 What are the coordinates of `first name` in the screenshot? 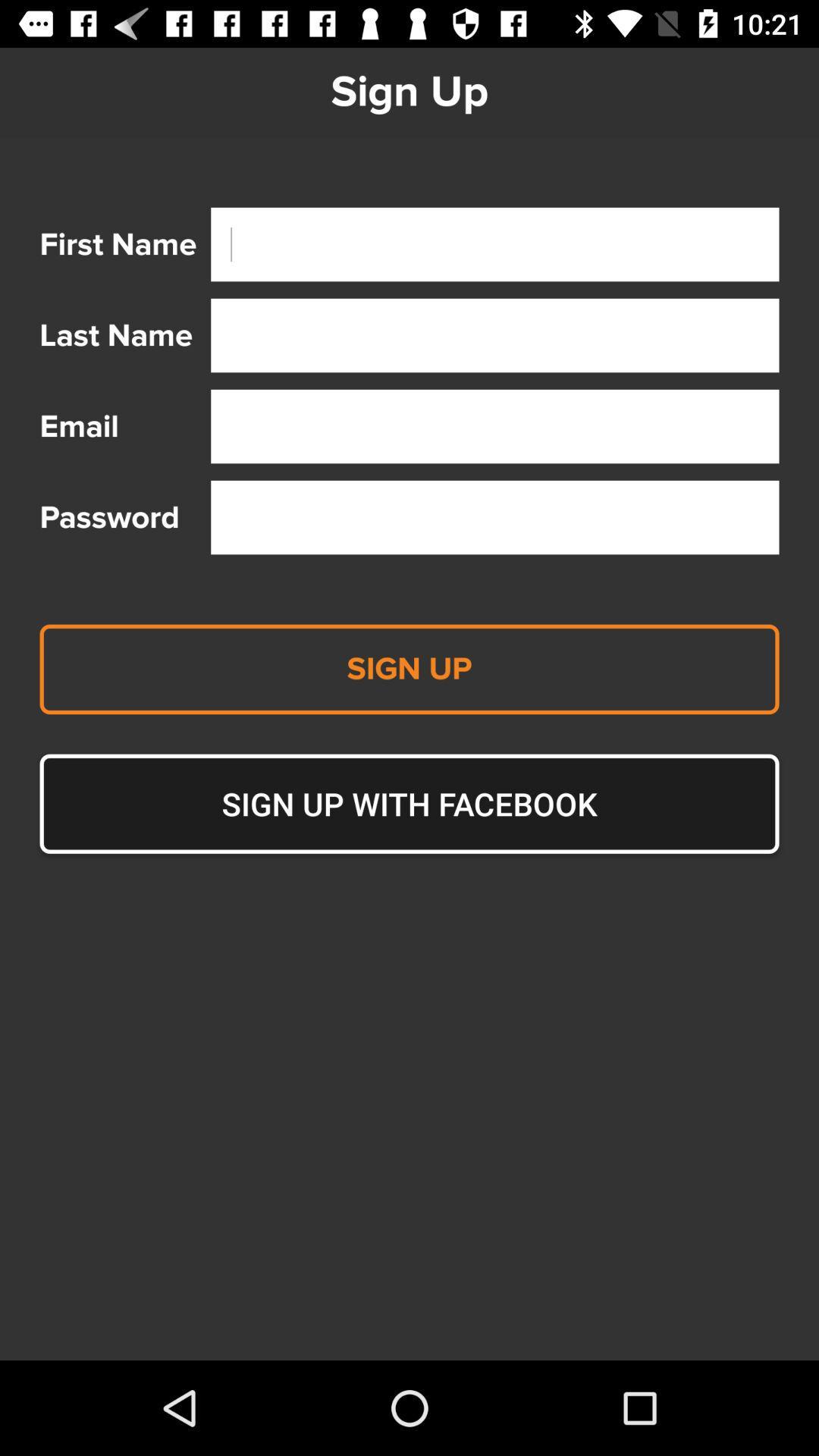 It's located at (494, 244).